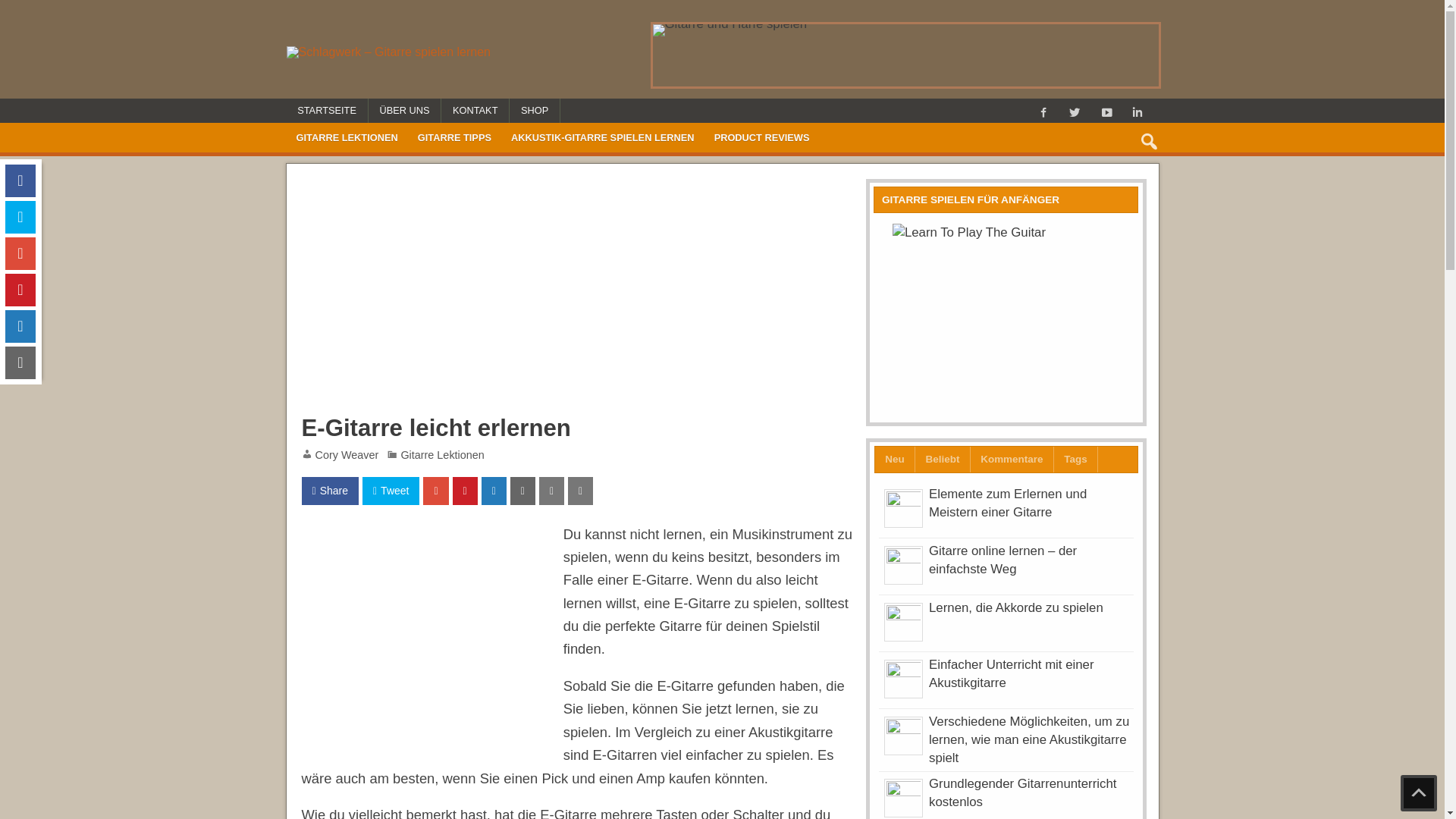  What do you see at coordinates (761, 137) in the screenshot?
I see `'PRODUCT REVIEWS'` at bounding box center [761, 137].